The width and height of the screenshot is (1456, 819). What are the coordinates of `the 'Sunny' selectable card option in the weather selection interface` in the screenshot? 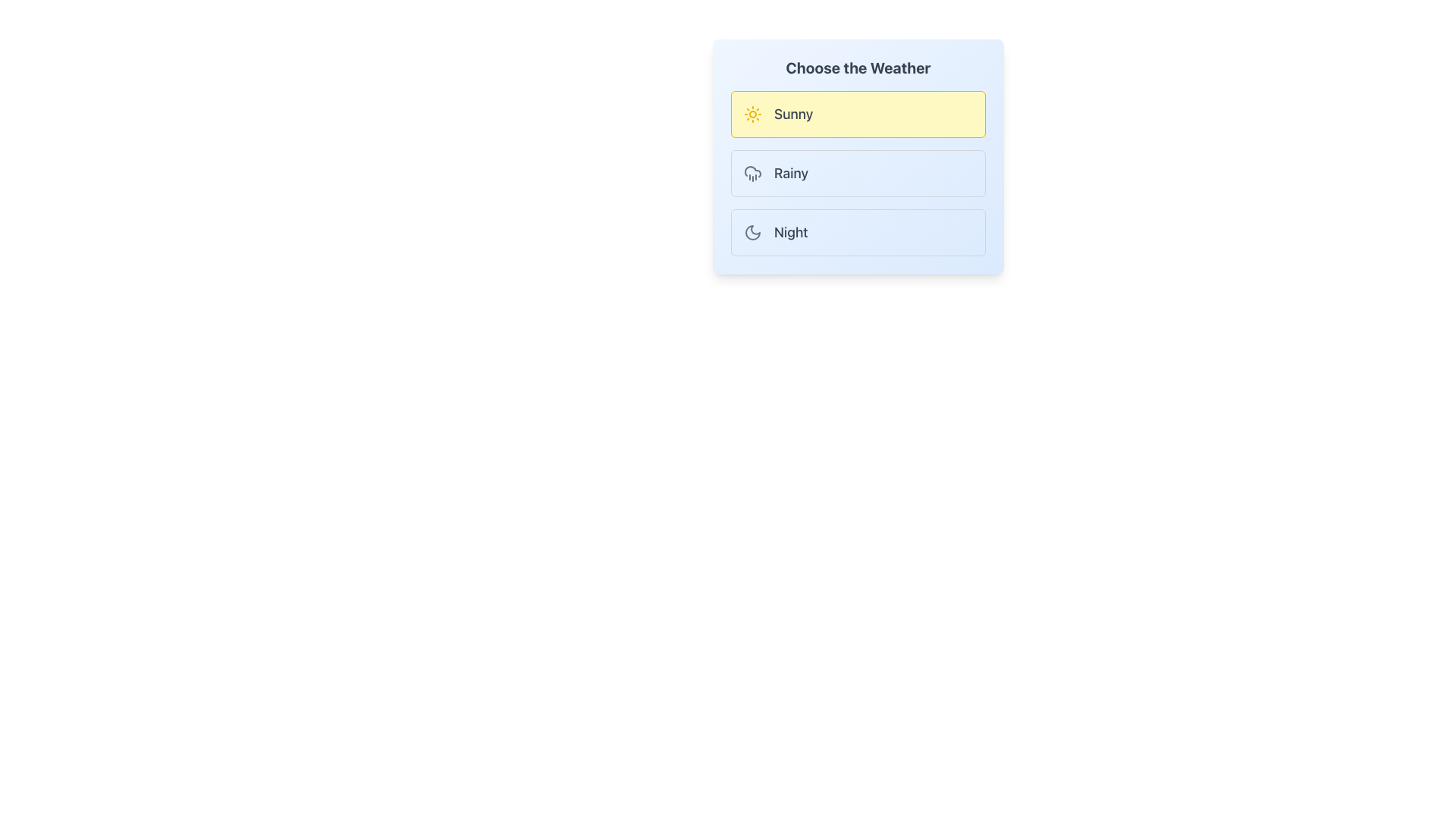 It's located at (858, 113).